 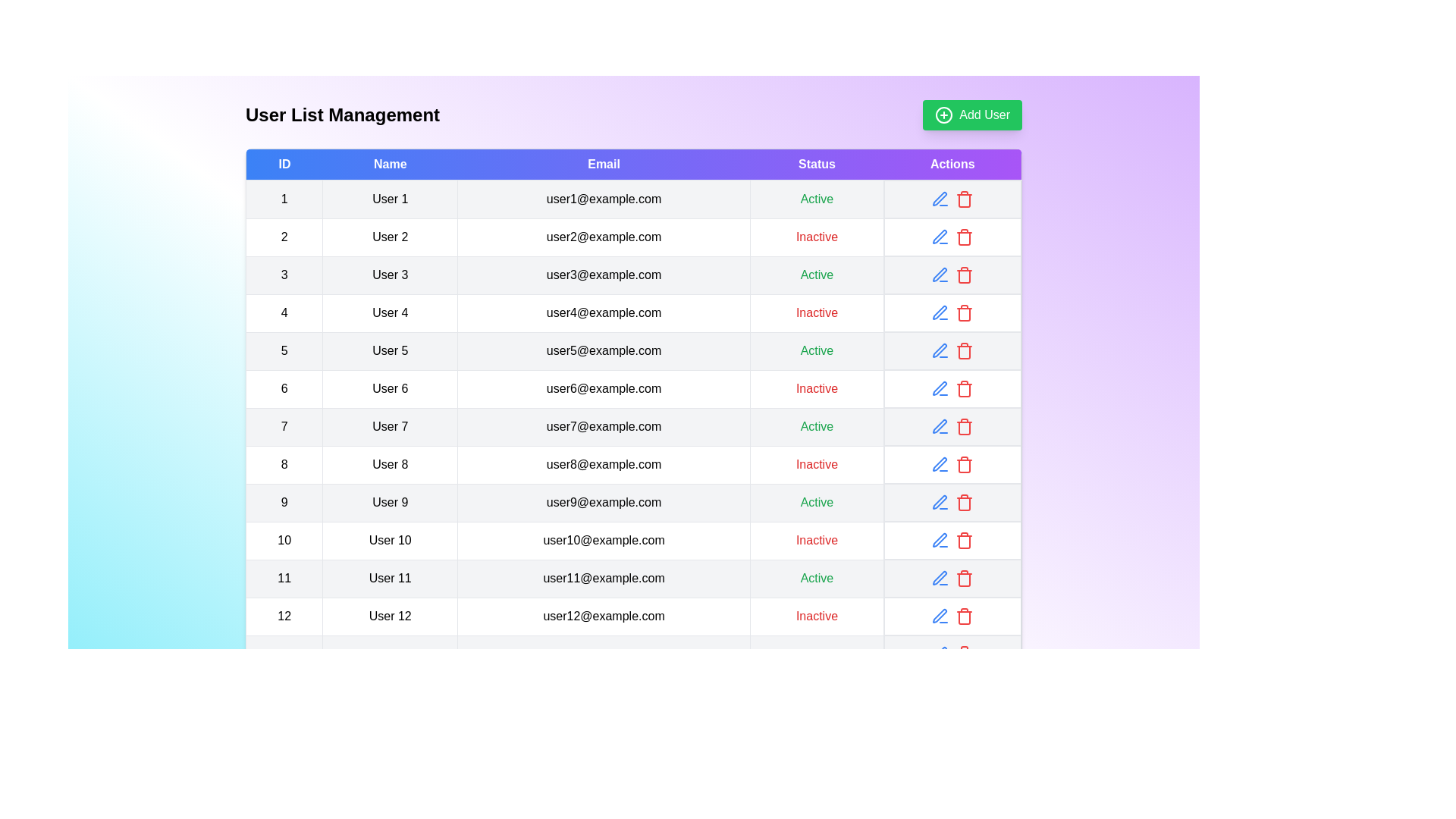 I want to click on the column header to sort the table by ID, so click(x=284, y=164).